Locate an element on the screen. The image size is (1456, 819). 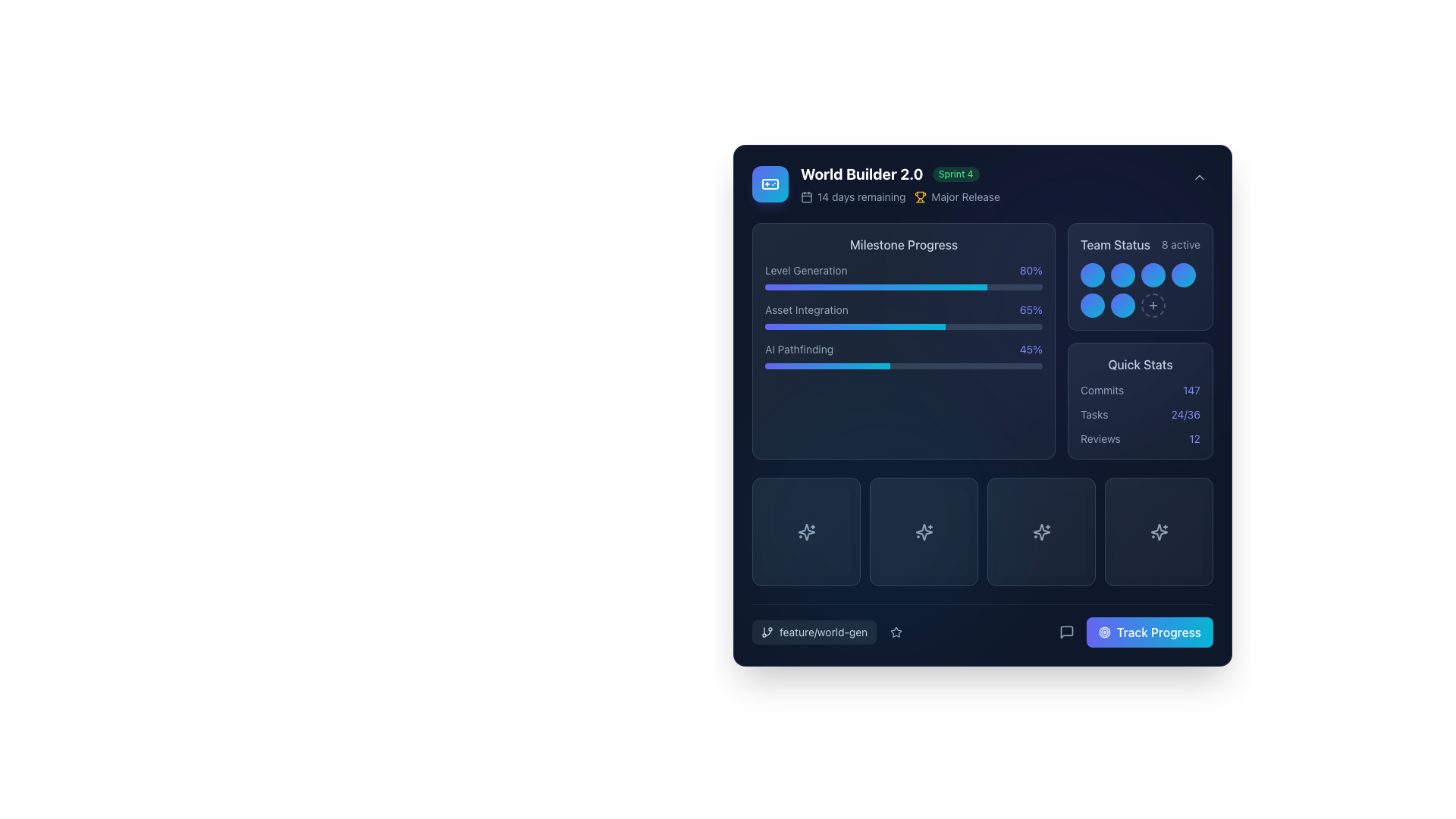
the button located in the lower left part of a group of four similar elements below the 'Milestone Progress' section is located at coordinates (805, 531).